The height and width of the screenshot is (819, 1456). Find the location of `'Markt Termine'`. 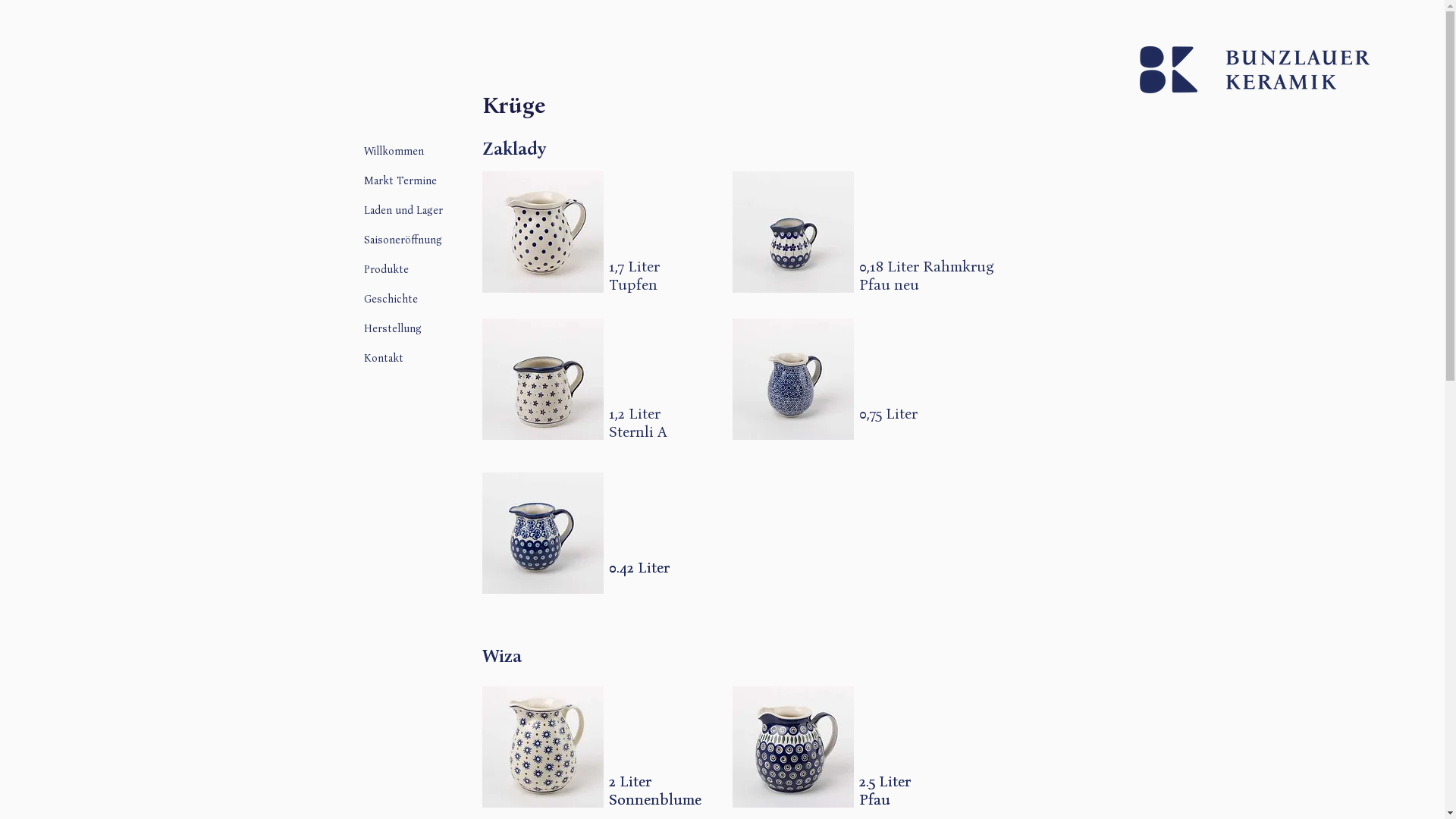

'Markt Termine' is located at coordinates (364, 179).